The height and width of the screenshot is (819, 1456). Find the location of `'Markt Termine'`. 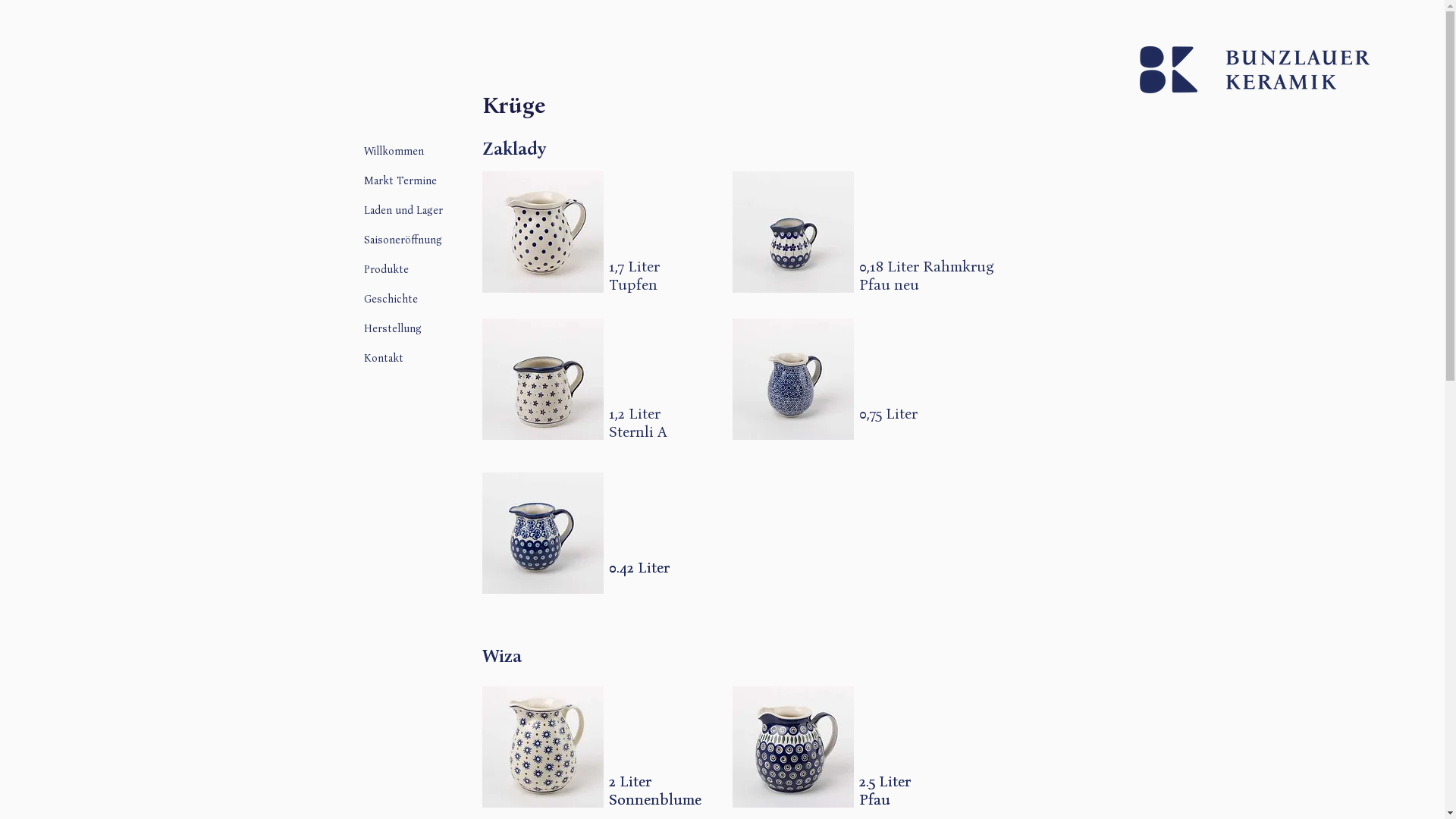

'Markt Termine' is located at coordinates (364, 179).